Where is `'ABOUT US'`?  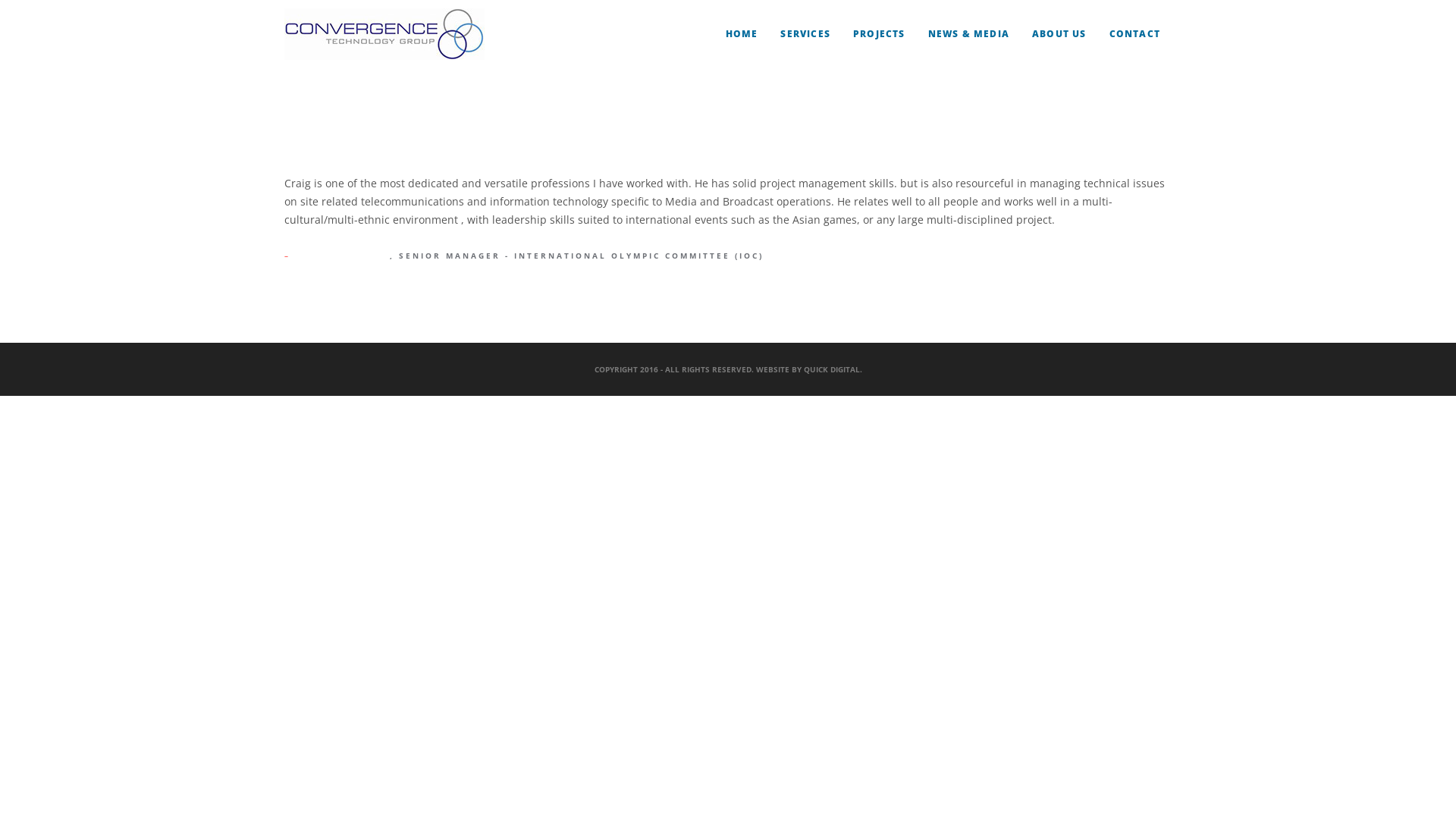
'ABOUT US' is located at coordinates (1031, 34).